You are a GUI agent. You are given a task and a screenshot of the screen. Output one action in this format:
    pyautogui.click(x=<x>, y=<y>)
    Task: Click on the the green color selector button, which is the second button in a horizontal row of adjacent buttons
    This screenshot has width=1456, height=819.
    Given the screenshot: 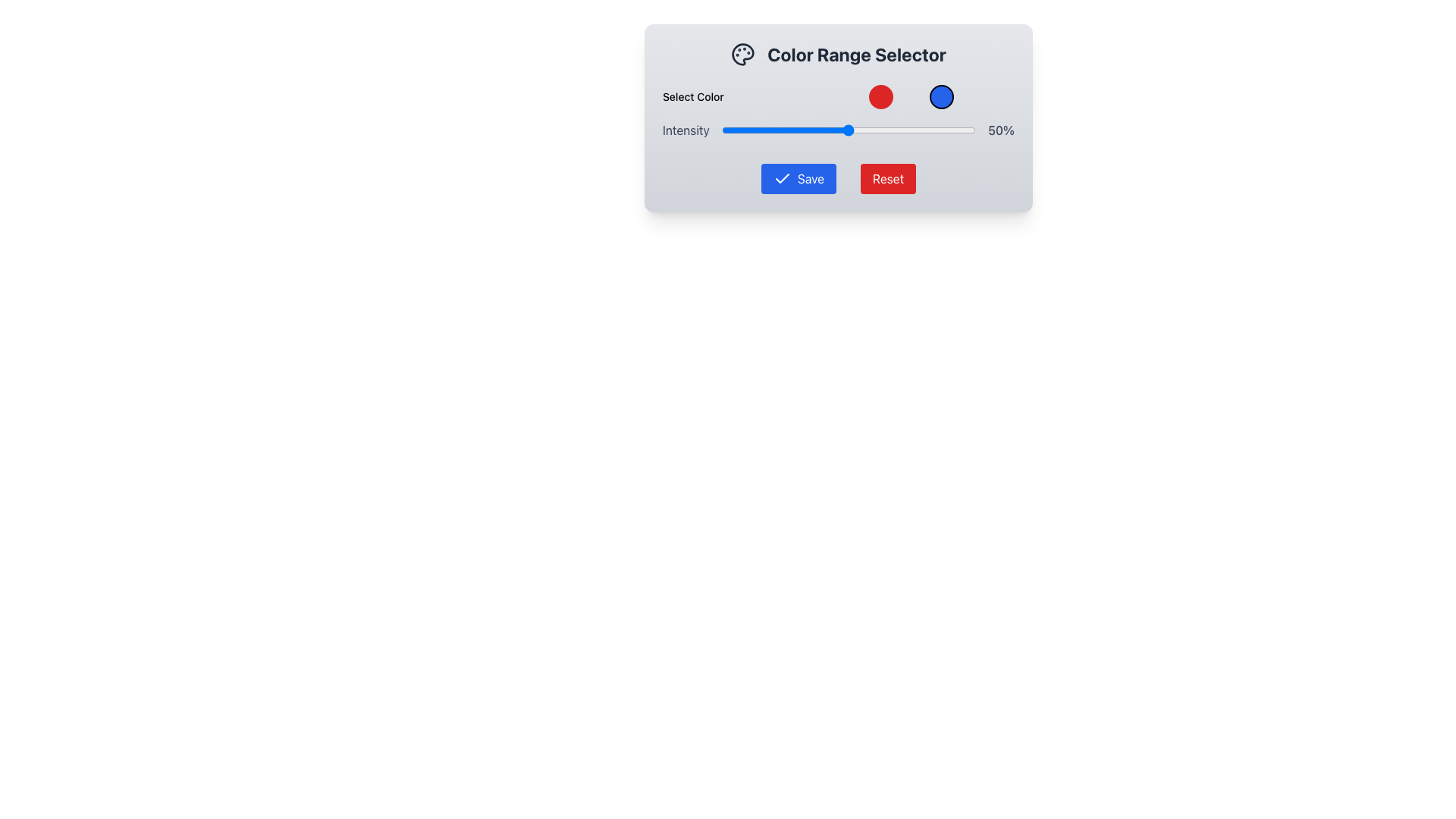 What is the action you would take?
    pyautogui.click(x=910, y=96)
    